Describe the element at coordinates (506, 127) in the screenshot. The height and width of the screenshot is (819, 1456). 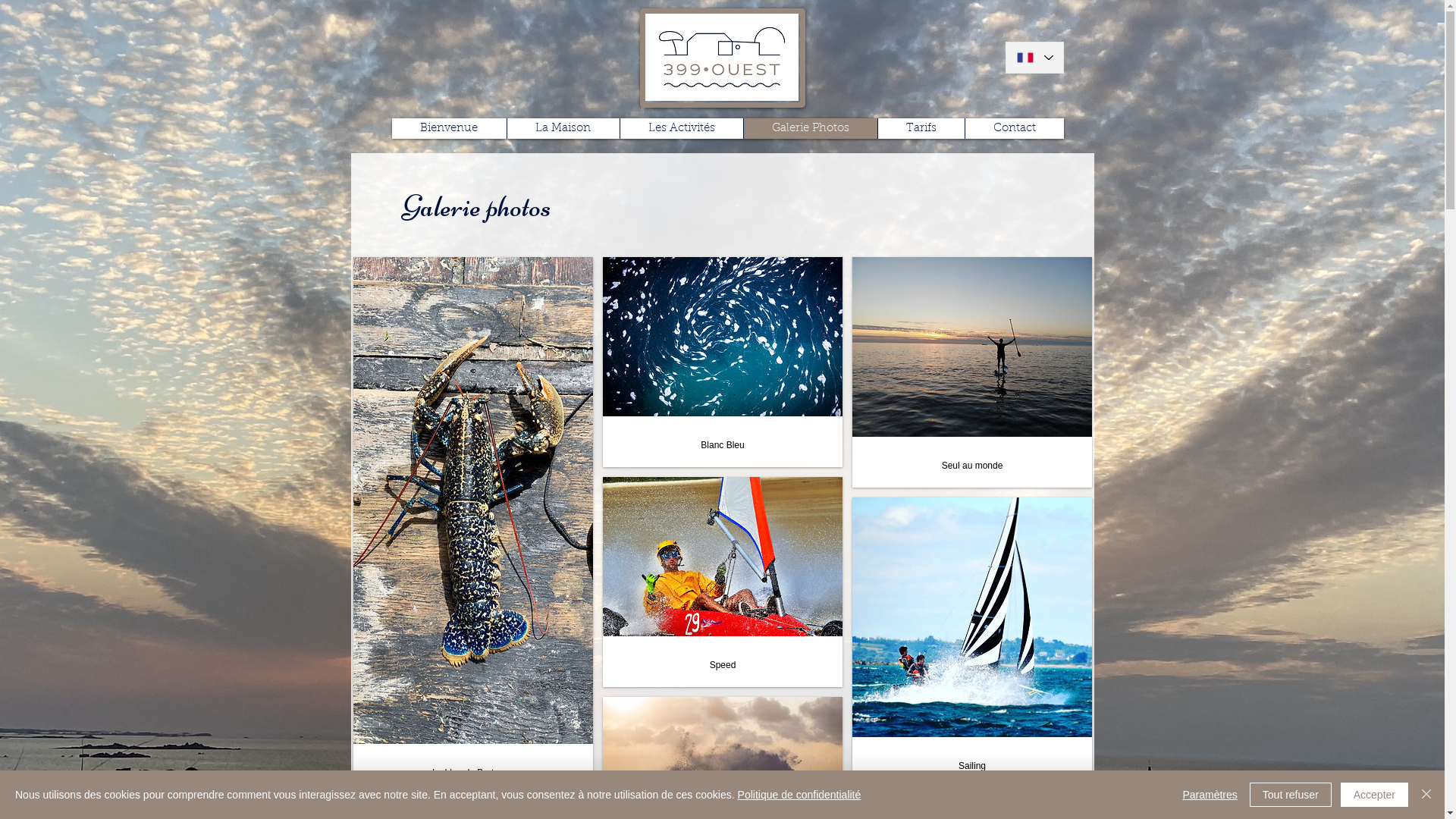
I see `'La Maison'` at that location.